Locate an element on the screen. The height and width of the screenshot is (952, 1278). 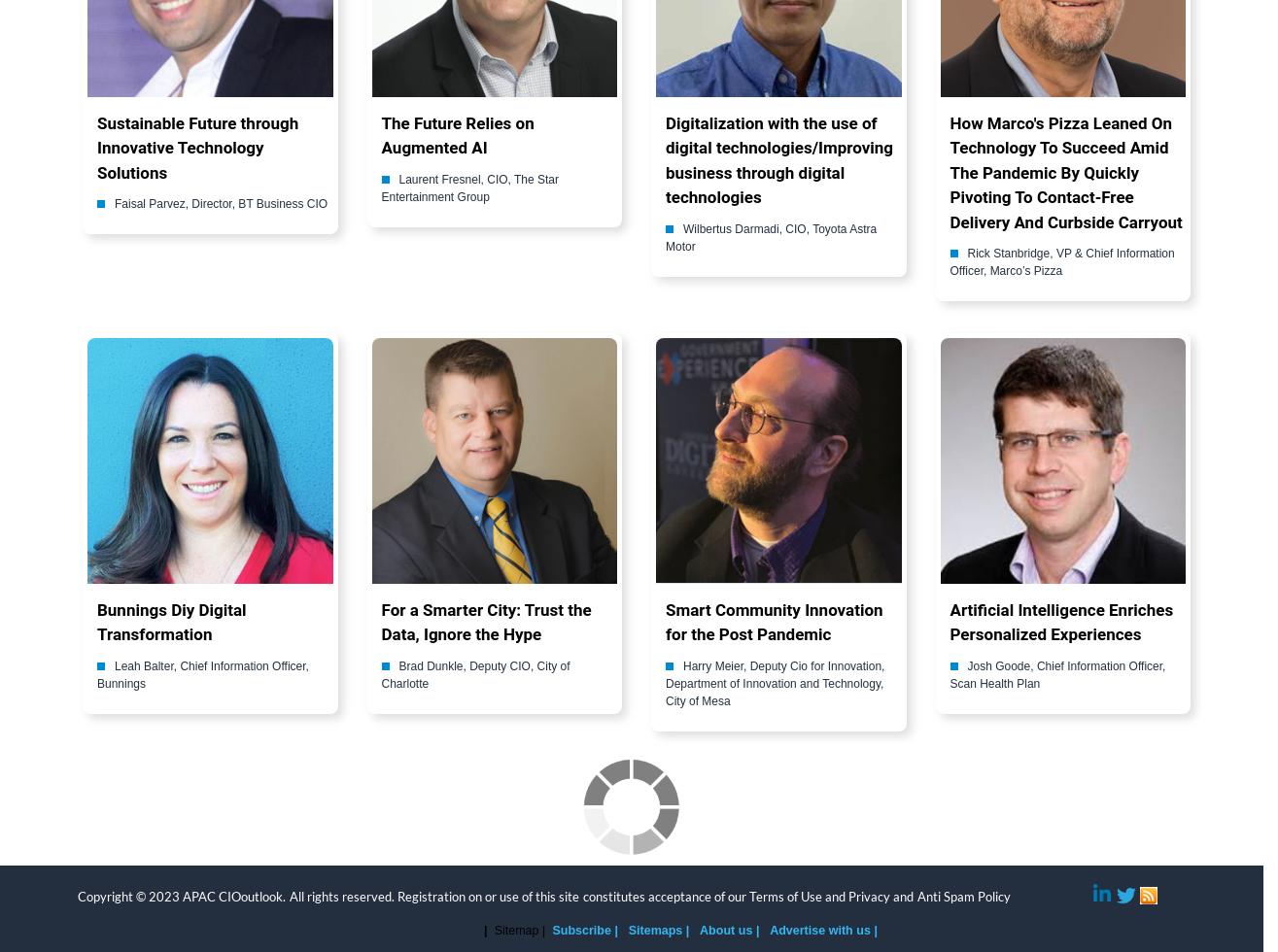
'About us |' is located at coordinates (698, 929).